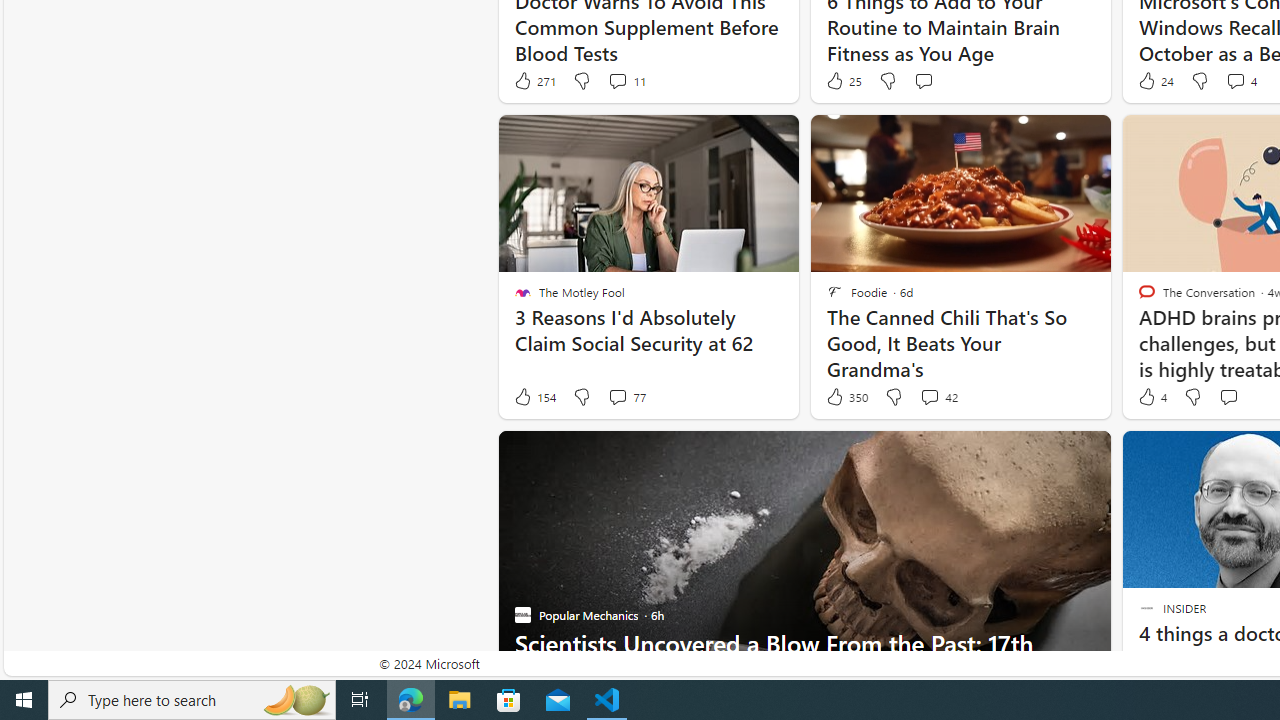 This screenshot has height=720, width=1280. I want to click on '4 Like', so click(1151, 397).